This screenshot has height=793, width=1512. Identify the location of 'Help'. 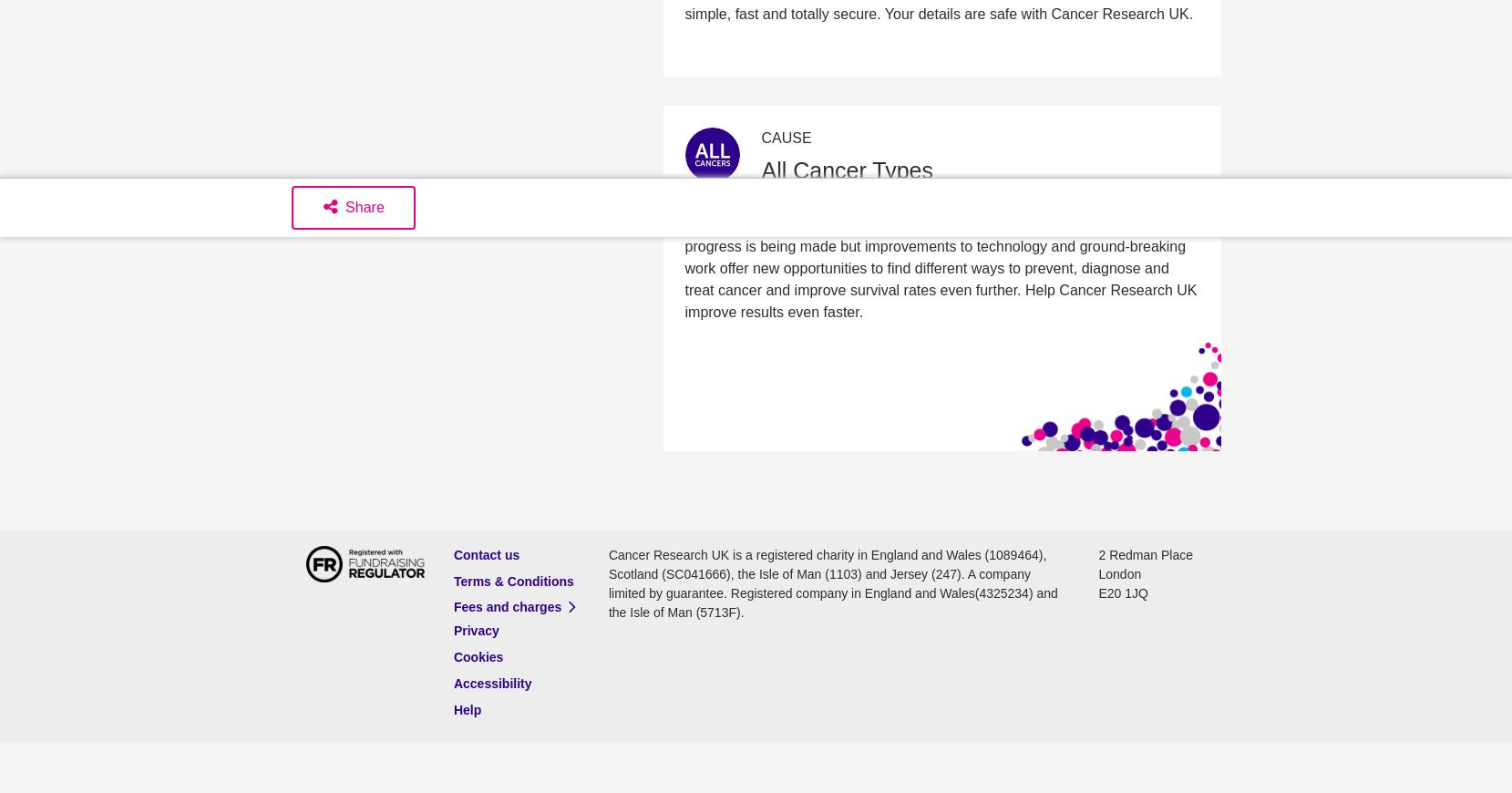
(452, 709).